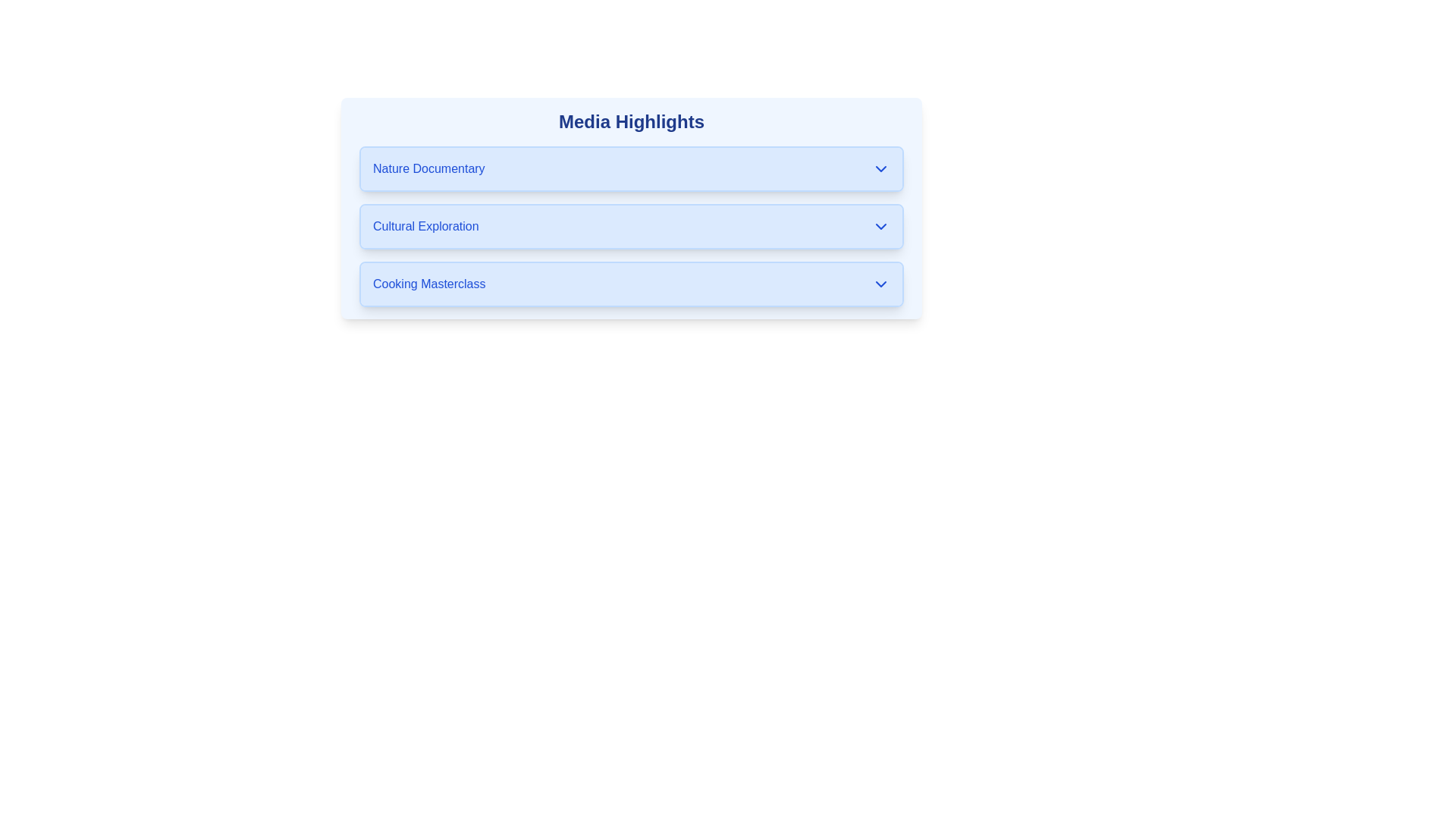  Describe the element at coordinates (425, 227) in the screenshot. I see `text label 'Cultural Exploration' which is the second menu item in the 'Media Highlights' section, displayed in blue text on a light-blue background` at that location.